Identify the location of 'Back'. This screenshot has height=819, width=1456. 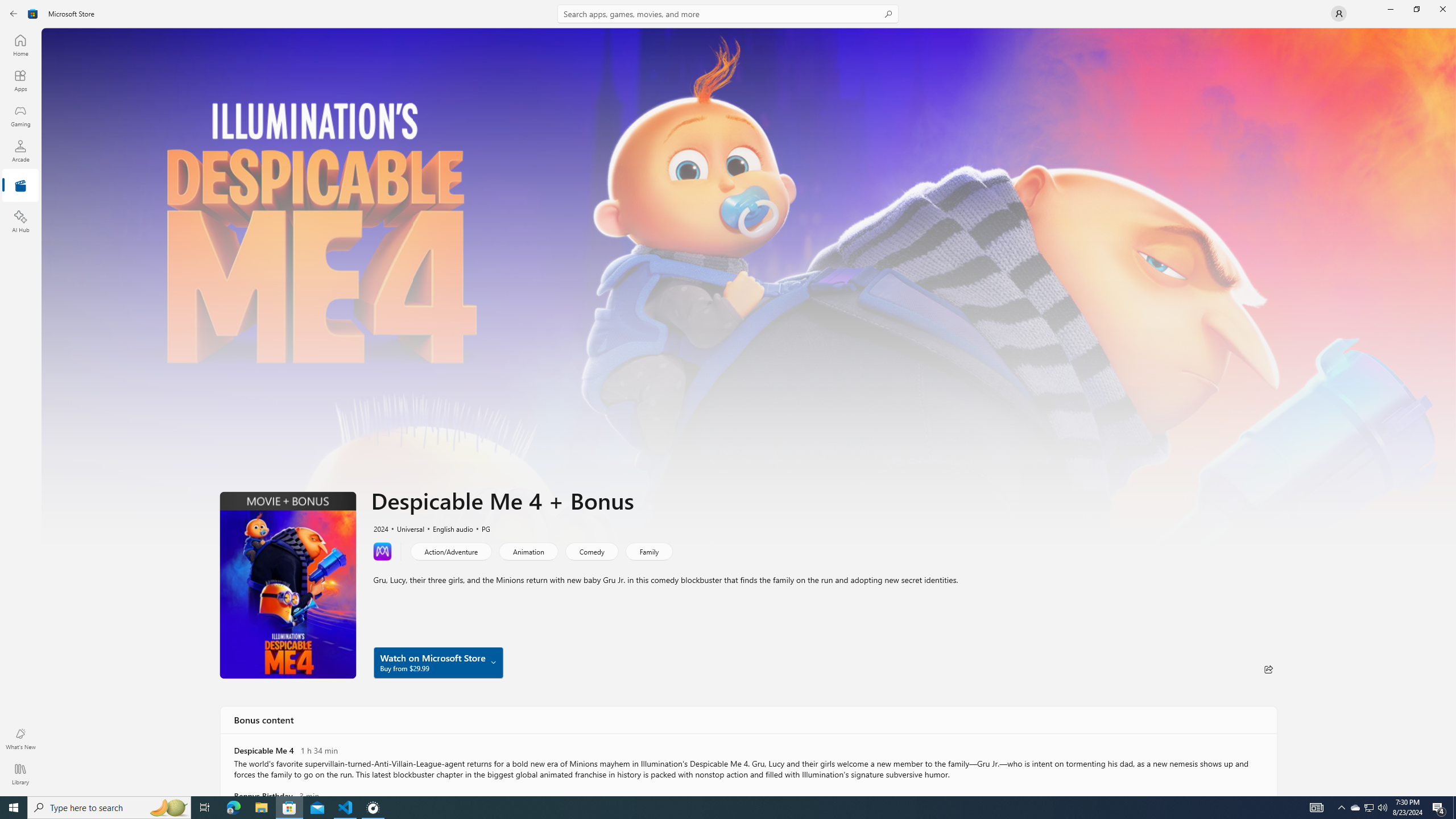
(14, 13).